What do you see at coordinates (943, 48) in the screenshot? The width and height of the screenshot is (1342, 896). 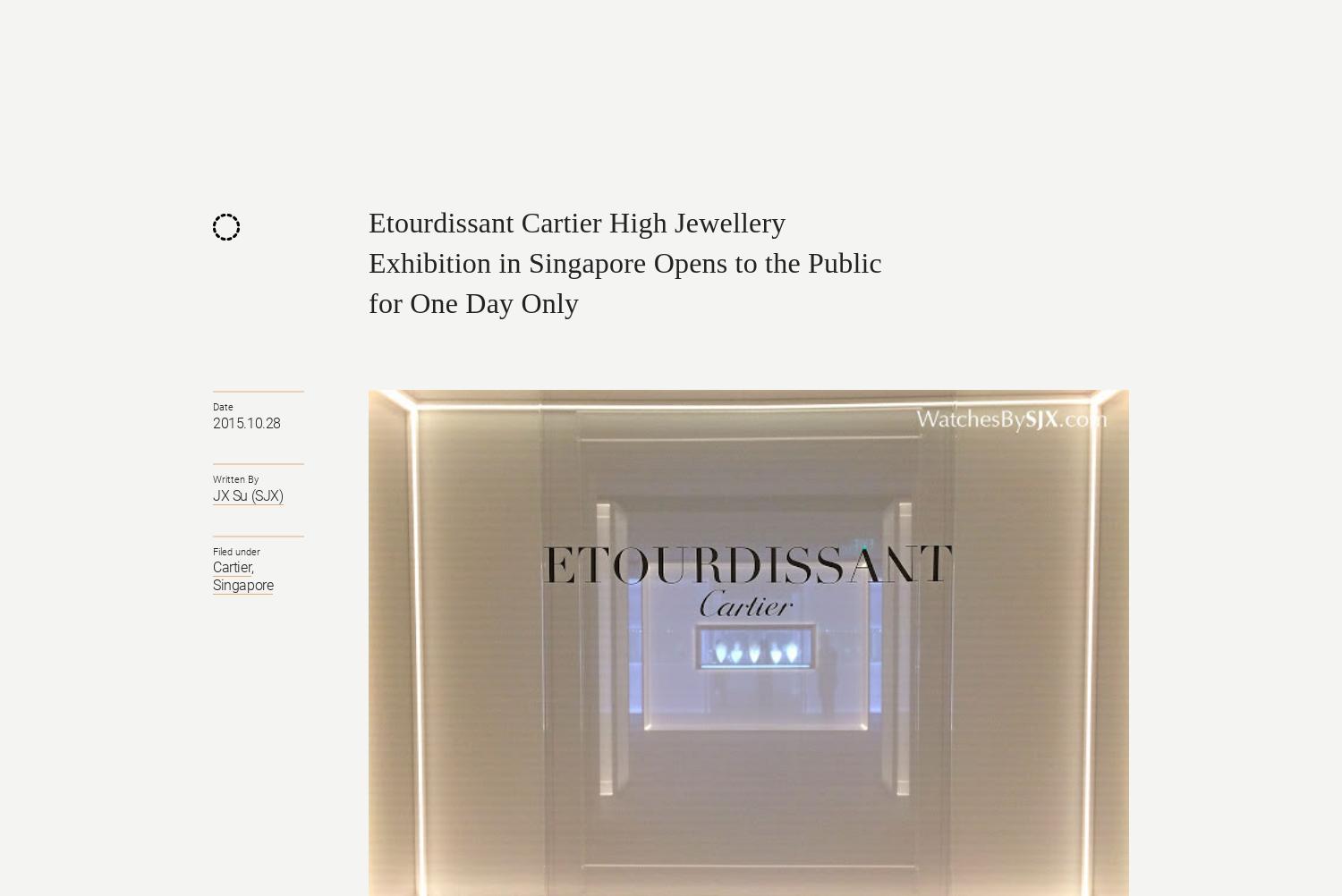 I see `'About'` at bounding box center [943, 48].